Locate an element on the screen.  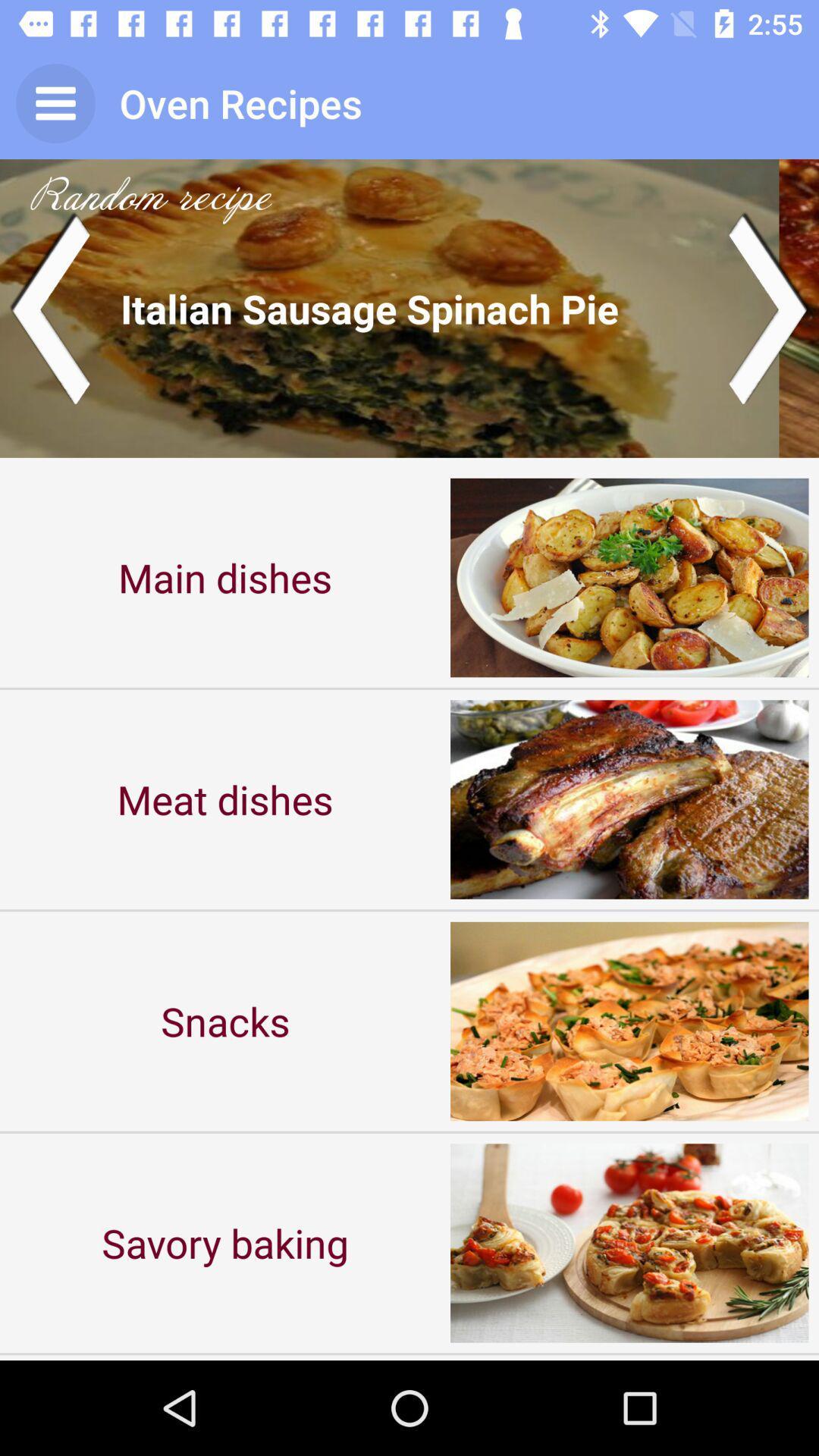
the snacks item is located at coordinates (225, 1021).